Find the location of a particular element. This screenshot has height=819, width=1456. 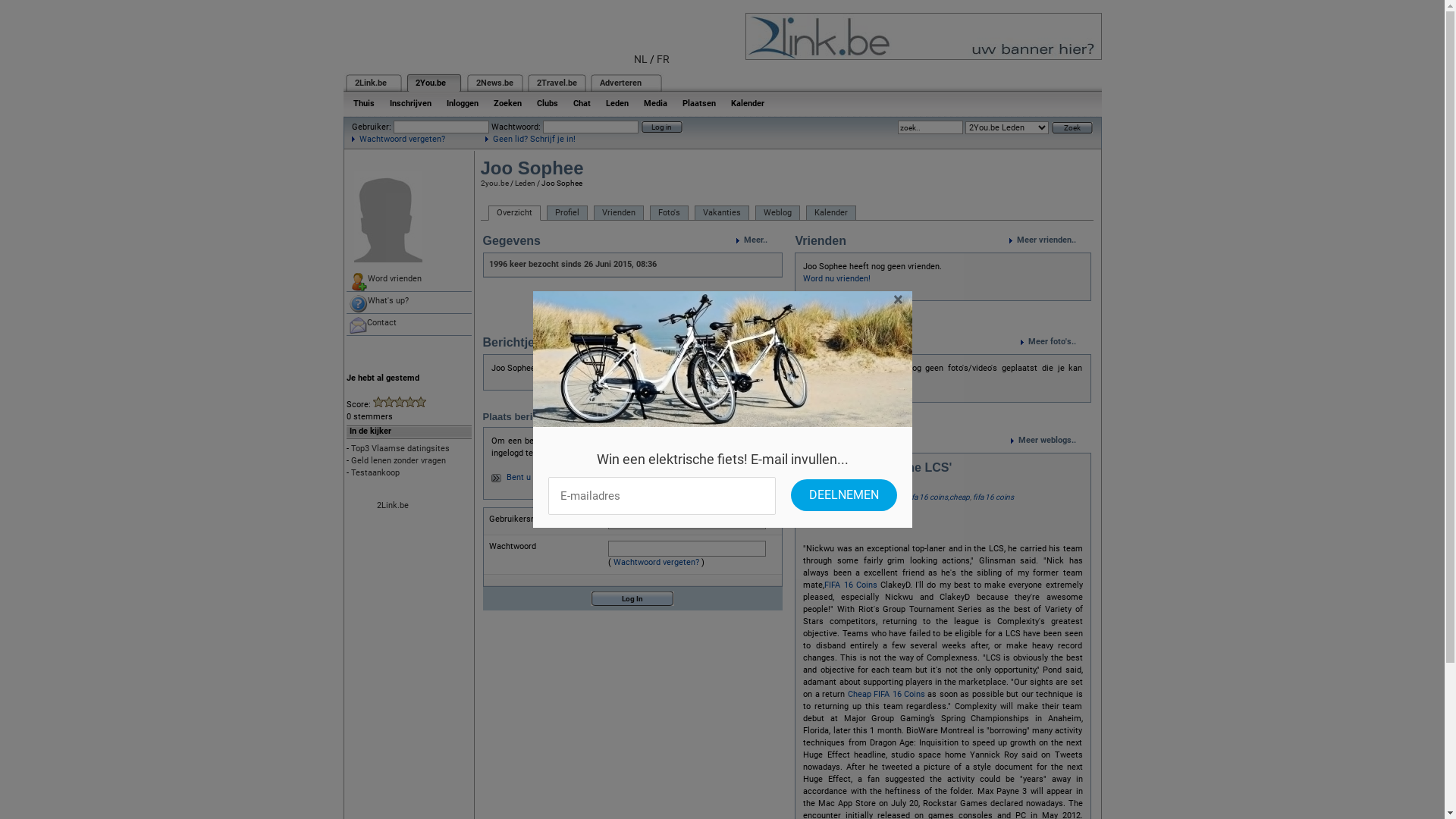

'Wachtwoord vergeten?' is located at coordinates (398, 139).